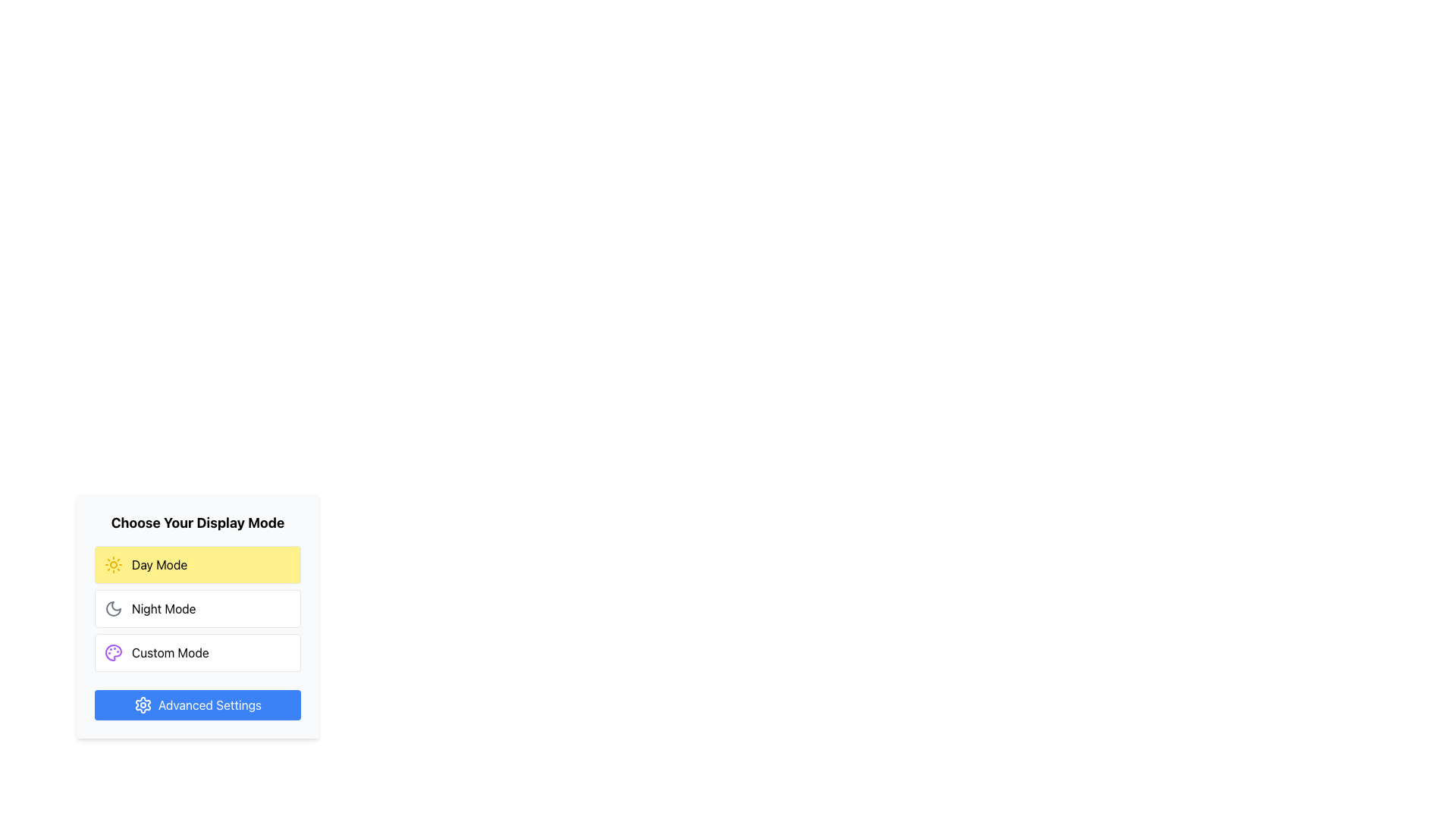  What do you see at coordinates (112, 607) in the screenshot?
I see `the crescent moon icon located to the left of the 'Night Mode' text label within its rectangular button` at bounding box center [112, 607].